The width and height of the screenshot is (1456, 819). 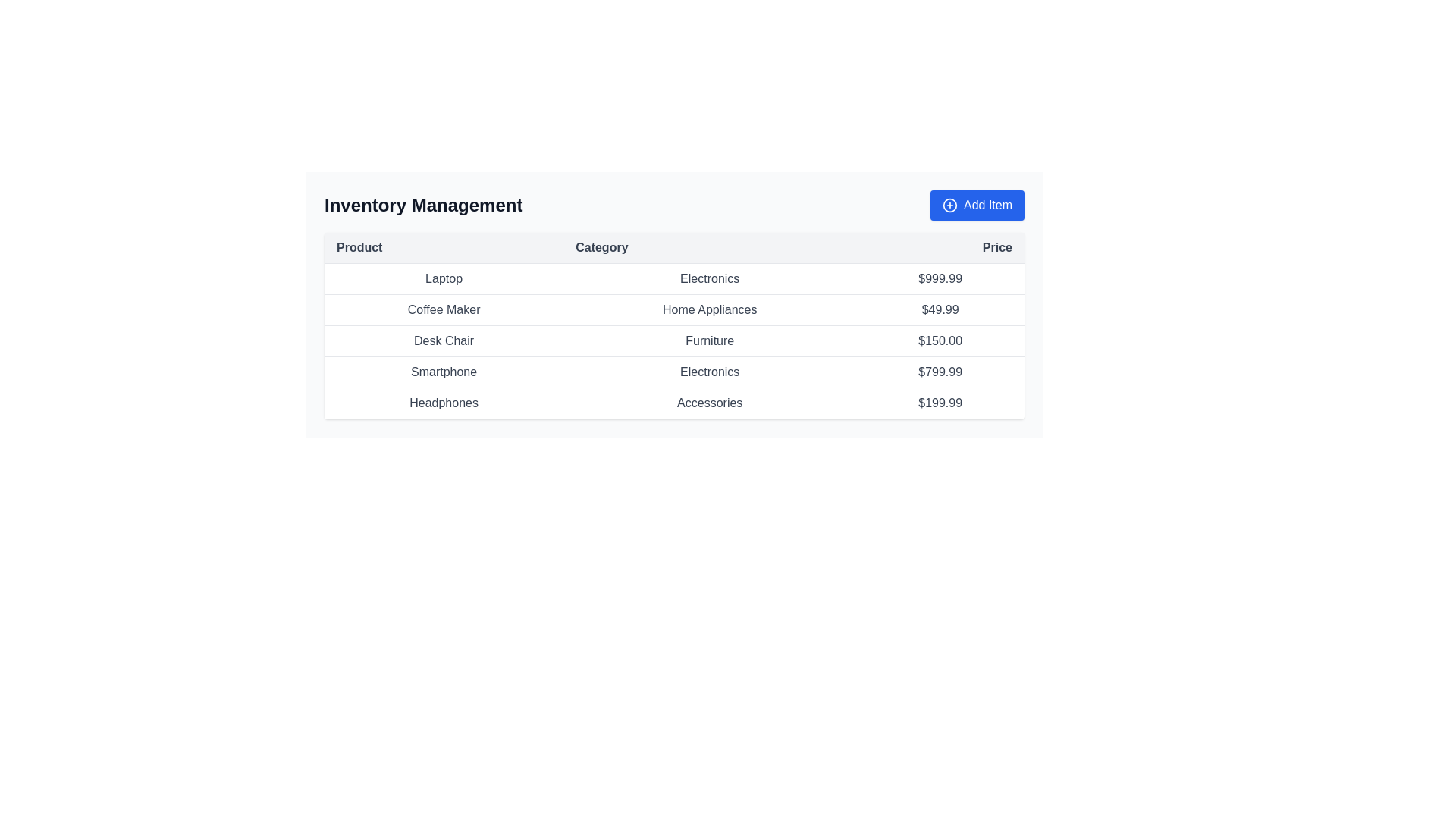 I want to click on the 'Headphones' text label located in the 'Product' column of the fifth row in the table, so click(x=443, y=403).